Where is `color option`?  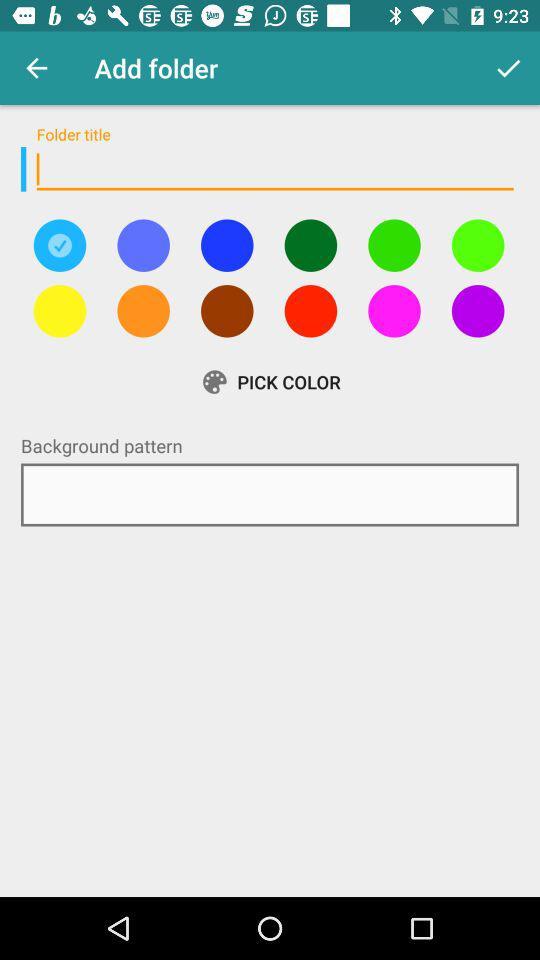
color option is located at coordinates (142, 311).